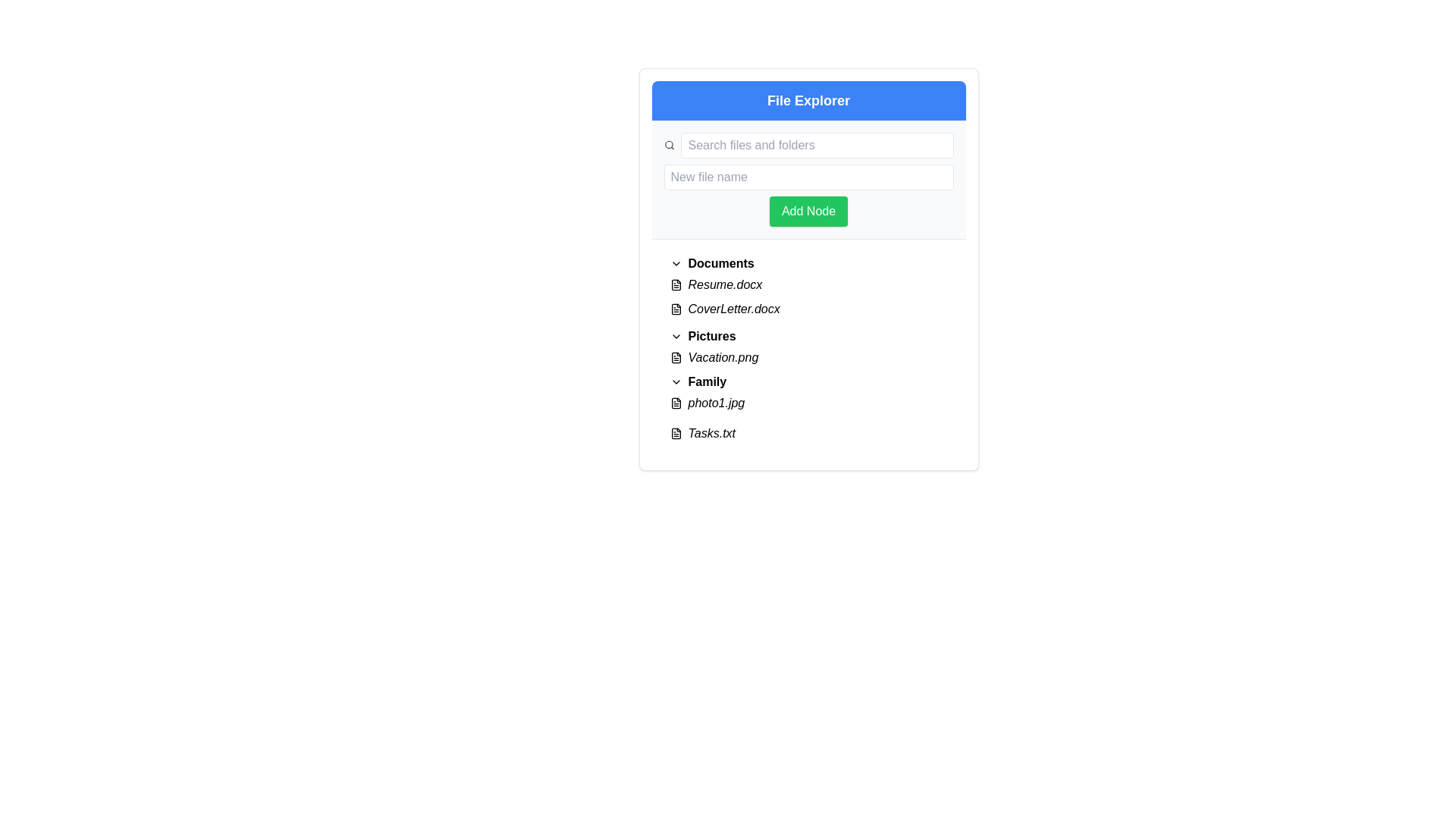  Describe the element at coordinates (675, 309) in the screenshot. I see `the text document icon located` at that location.